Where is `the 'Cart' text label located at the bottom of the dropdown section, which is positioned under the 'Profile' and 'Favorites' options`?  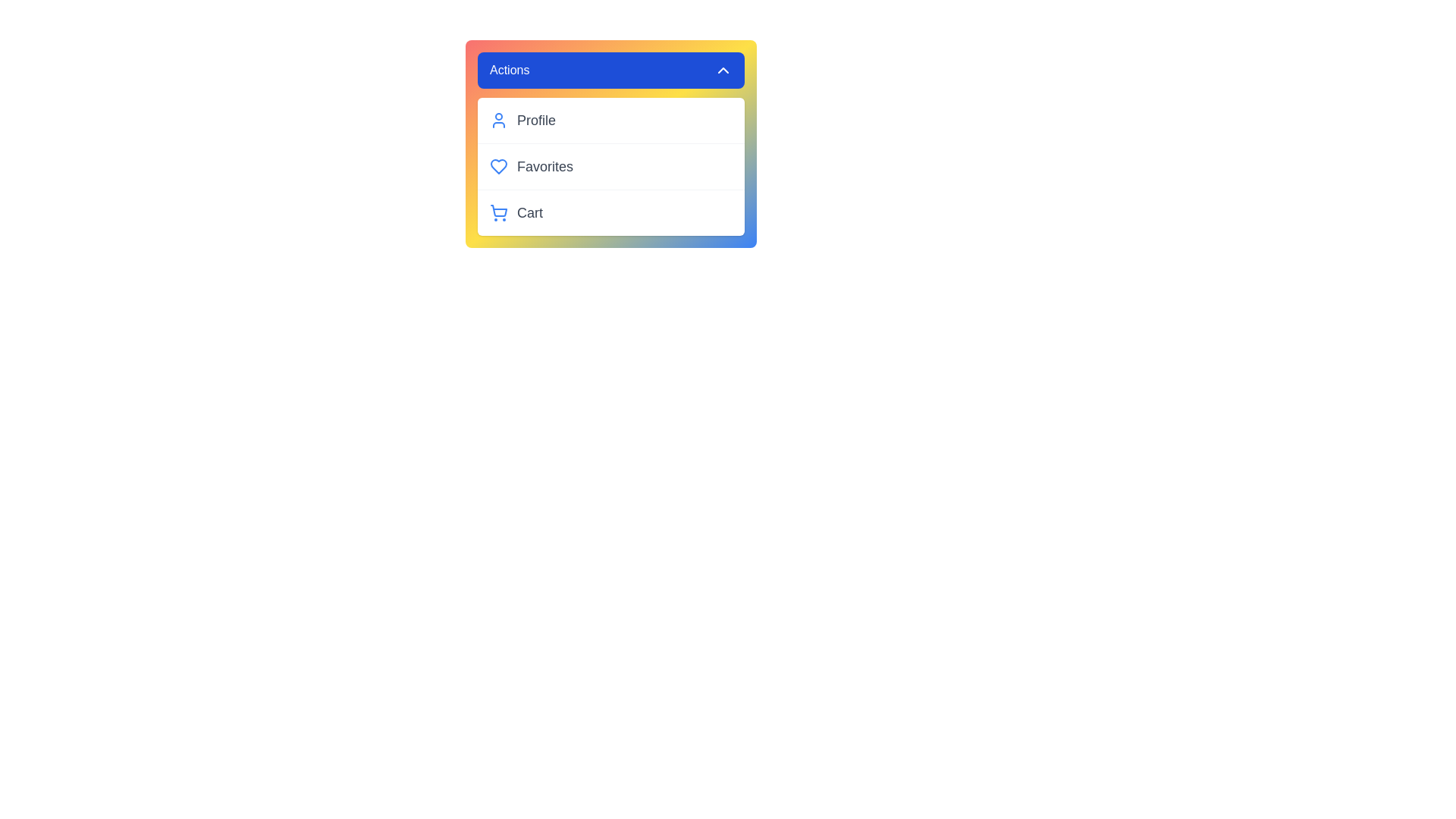
the 'Cart' text label located at the bottom of the dropdown section, which is positioned under the 'Profile' and 'Favorites' options is located at coordinates (530, 213).